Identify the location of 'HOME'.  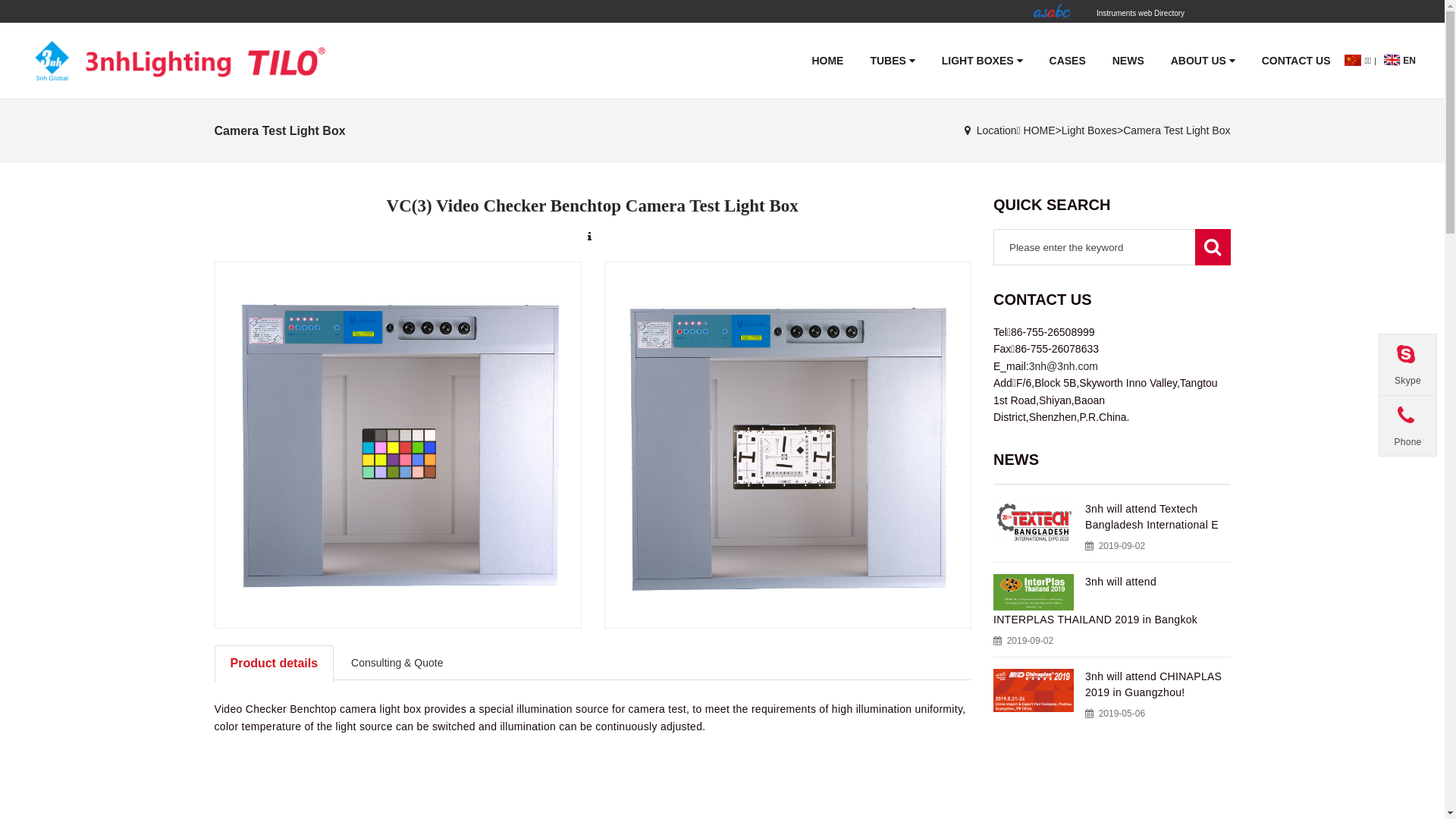
(1039, 130).